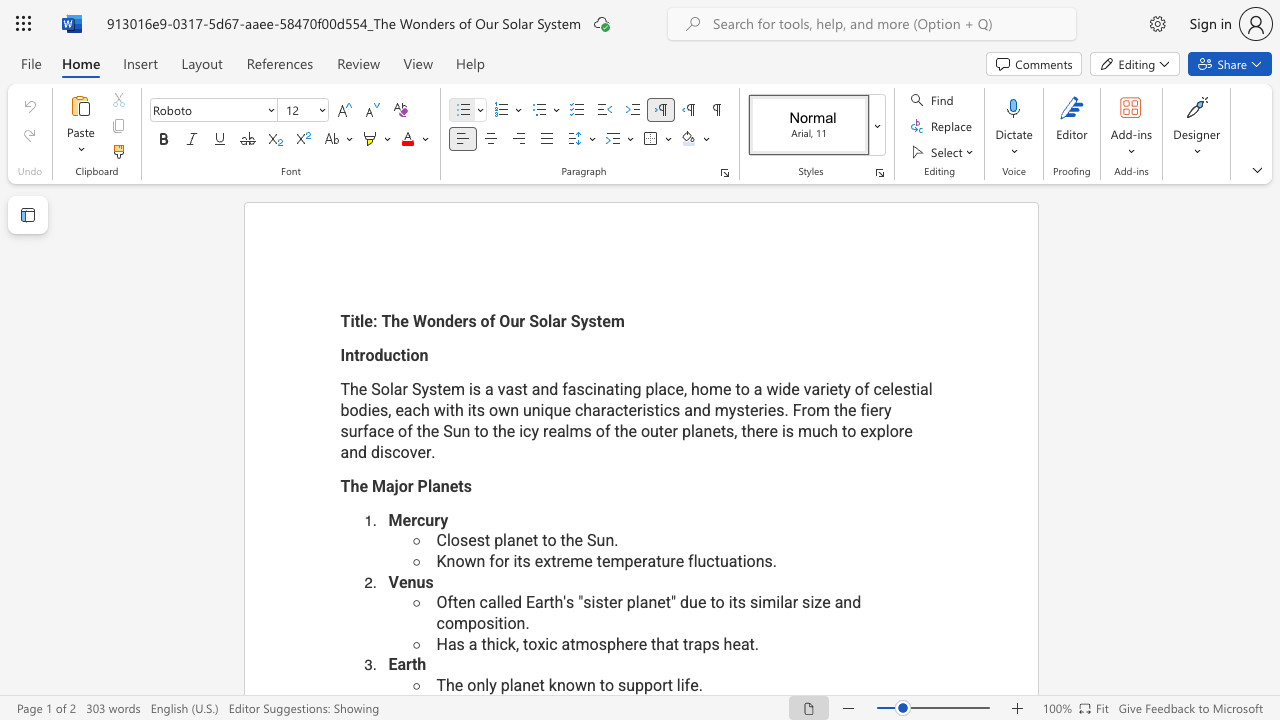 The image size is (1280, 720). I want to click on the 1th character "u" in the text, so click(629, 684).